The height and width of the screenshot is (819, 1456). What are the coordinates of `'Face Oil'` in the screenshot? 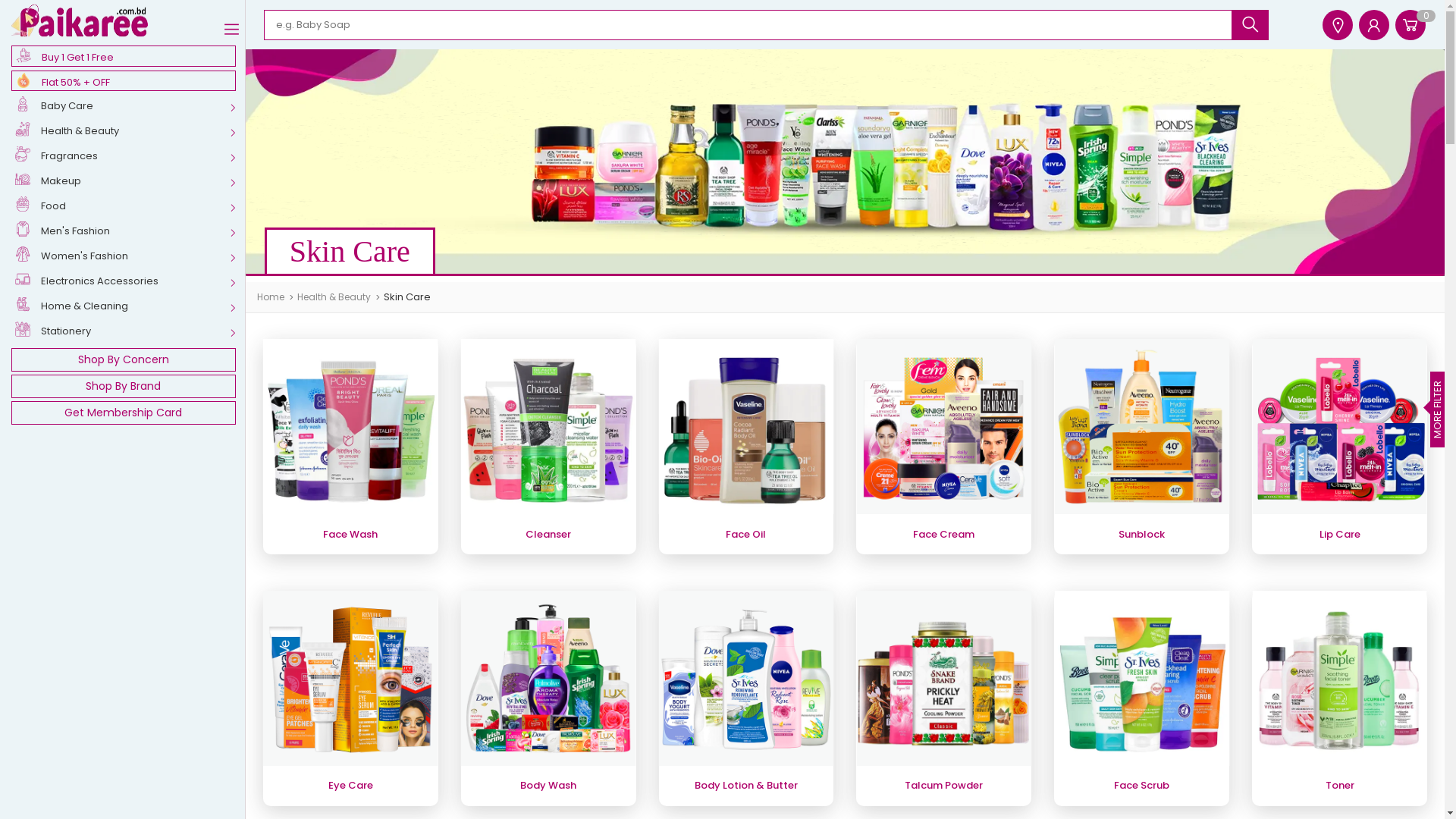 It's located at (746, 446).